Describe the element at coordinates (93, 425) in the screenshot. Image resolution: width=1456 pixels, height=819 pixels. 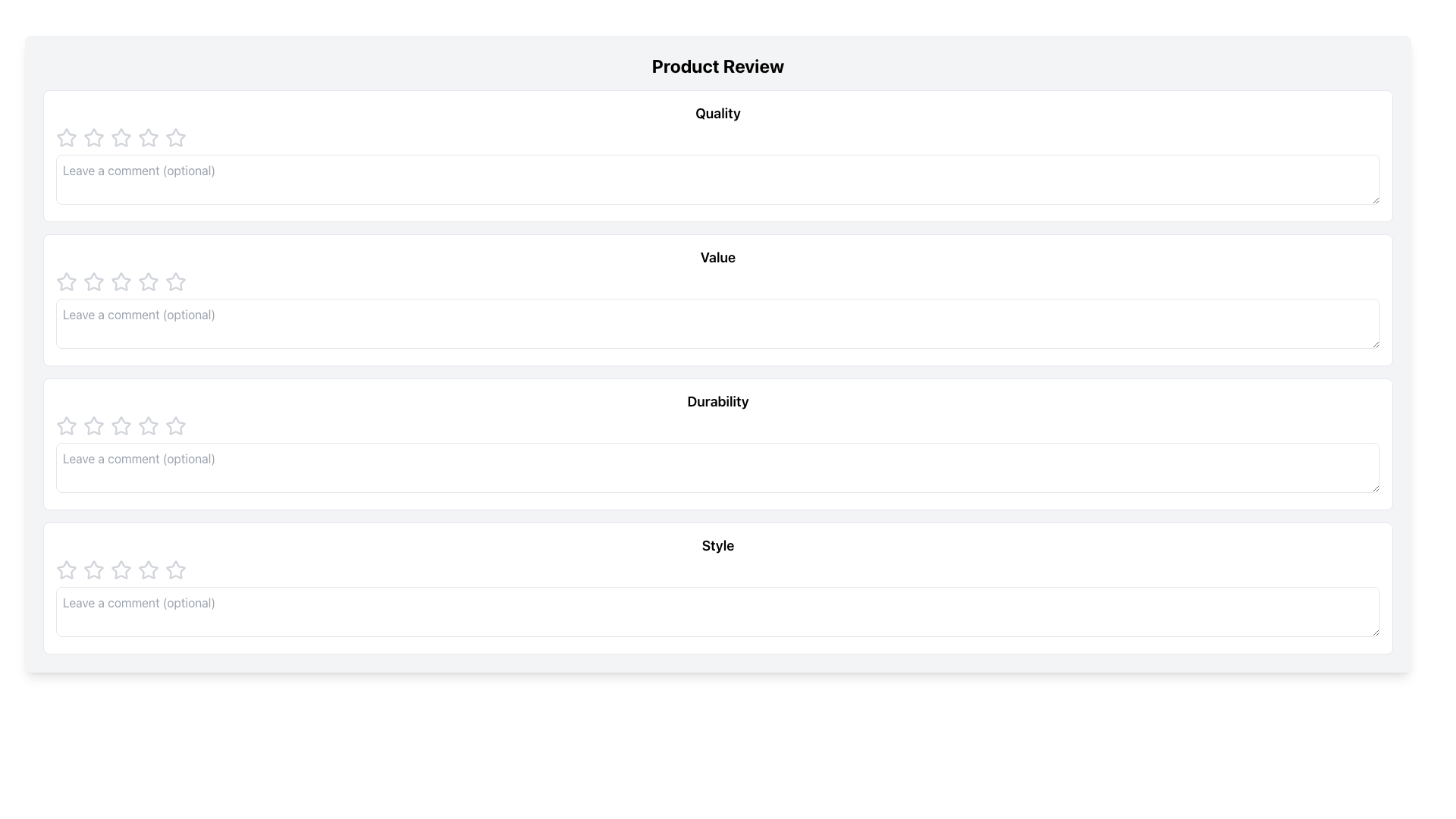
I see `the first star icon in the 'Durability' rating section` at that location.